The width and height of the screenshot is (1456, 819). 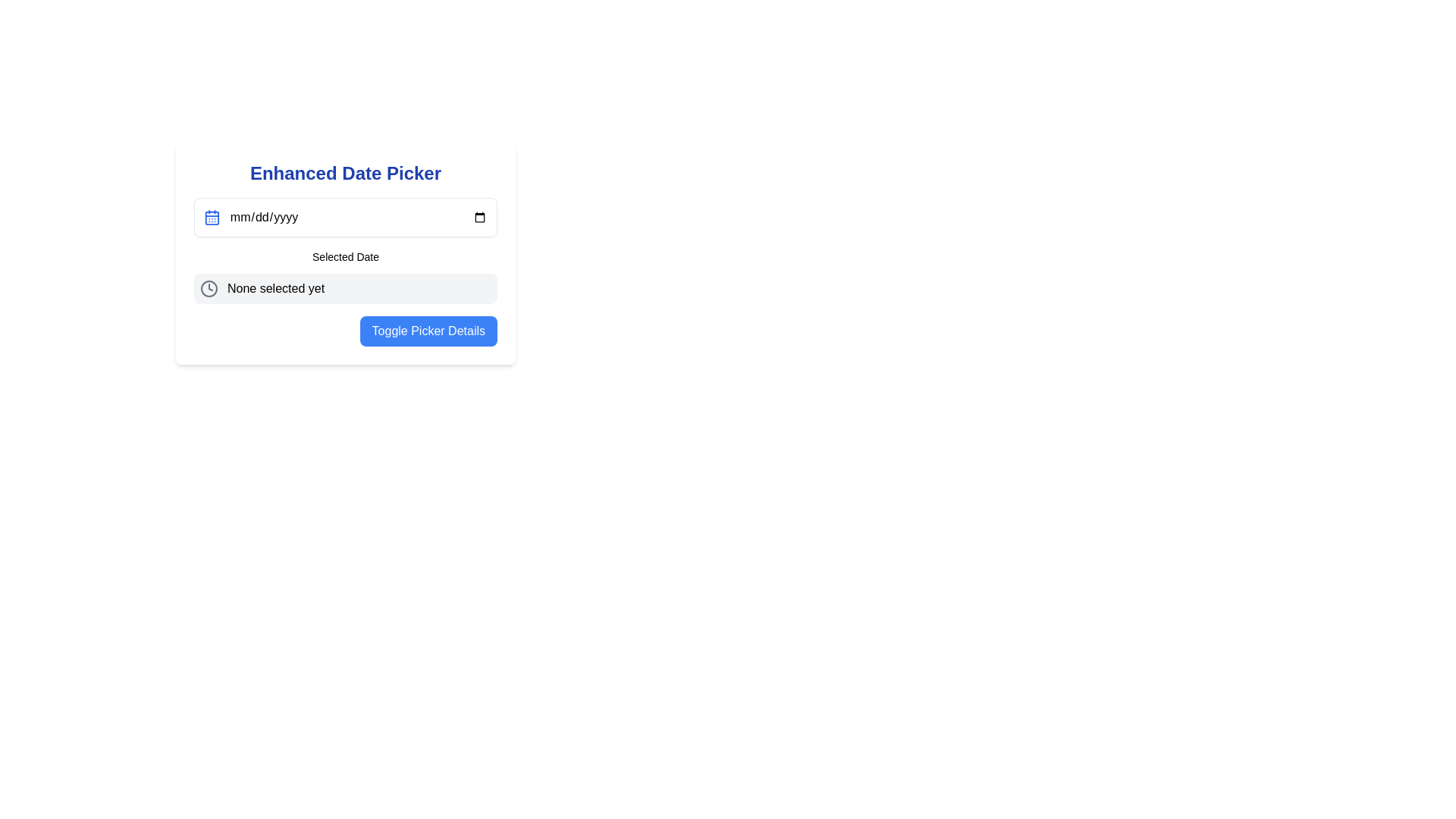 What do you see at coordinates (211, 218) in the screenshot?
I see `the main rounded rectangular component inside the calendar icon located to the left of the date input field` at bounding box center [211, 218].